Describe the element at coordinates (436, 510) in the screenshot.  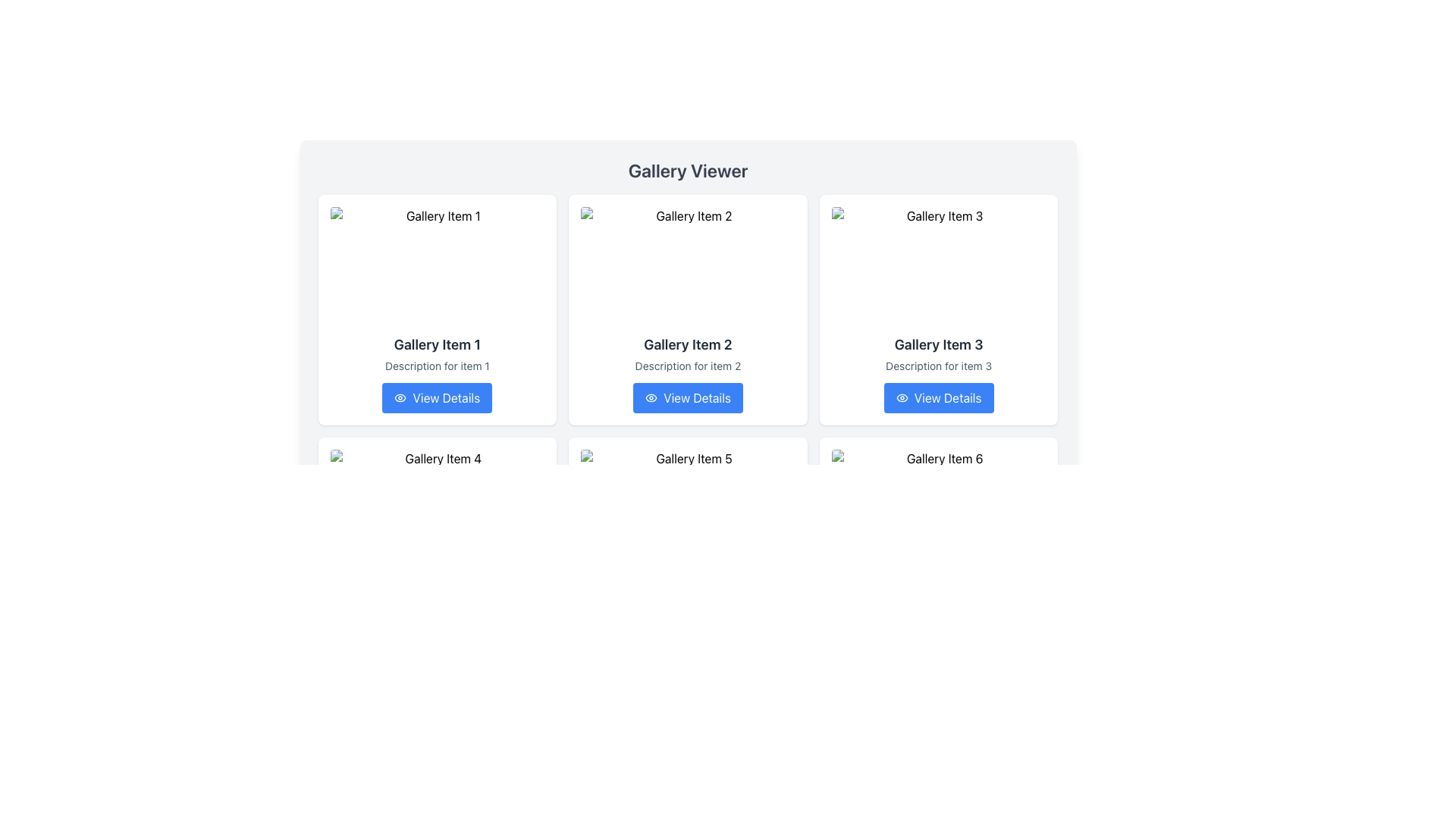
I see `the image thumbnail labeled as 'Gallery Item 4' to interact with the gallery` at that location.